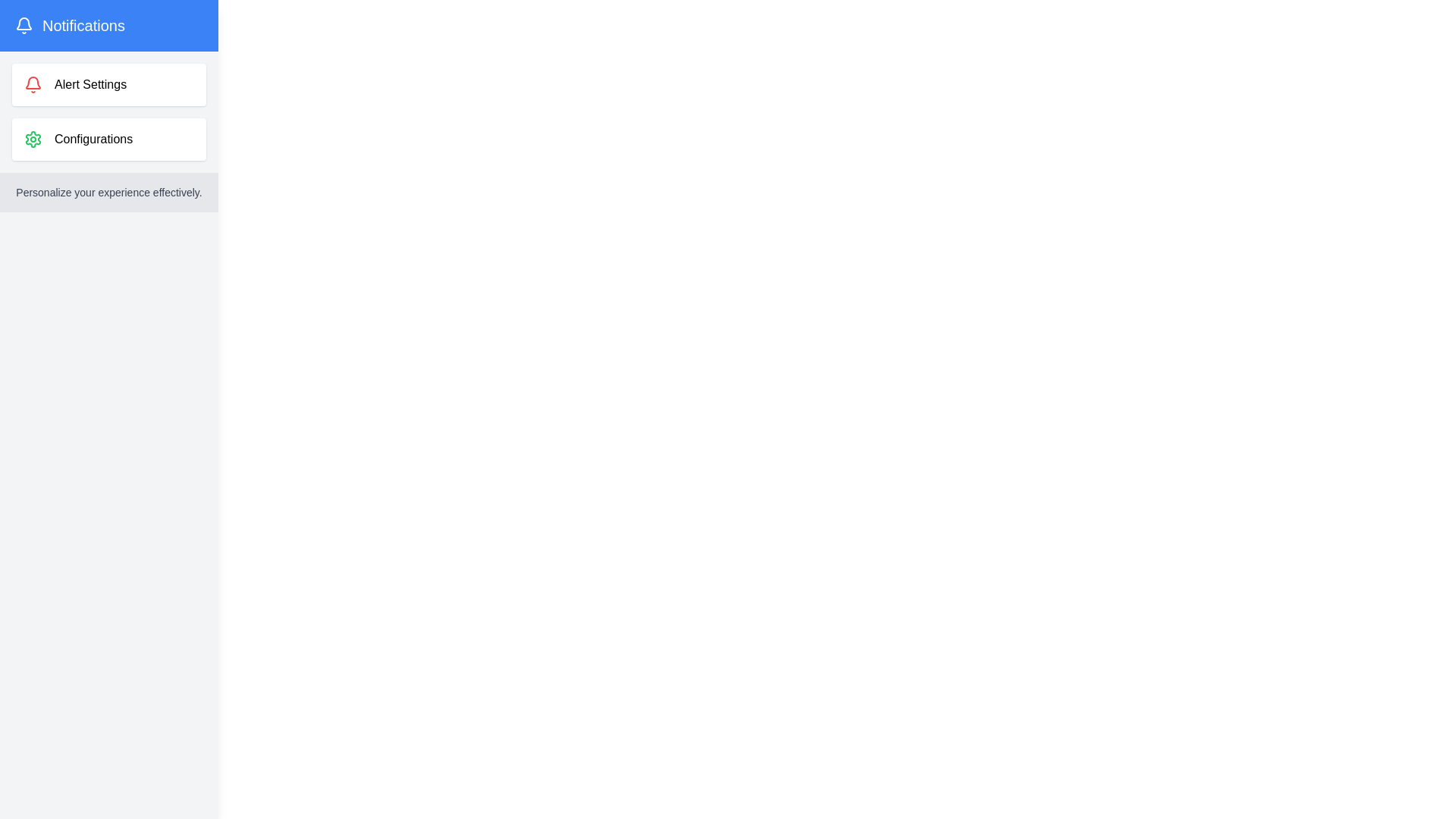 This screenshot has height=819, width=1456. What do you see at coordinates (108, 84) in the screenshot?
I see `the 'Alert Settings' section` at bounding box center [108, 84].